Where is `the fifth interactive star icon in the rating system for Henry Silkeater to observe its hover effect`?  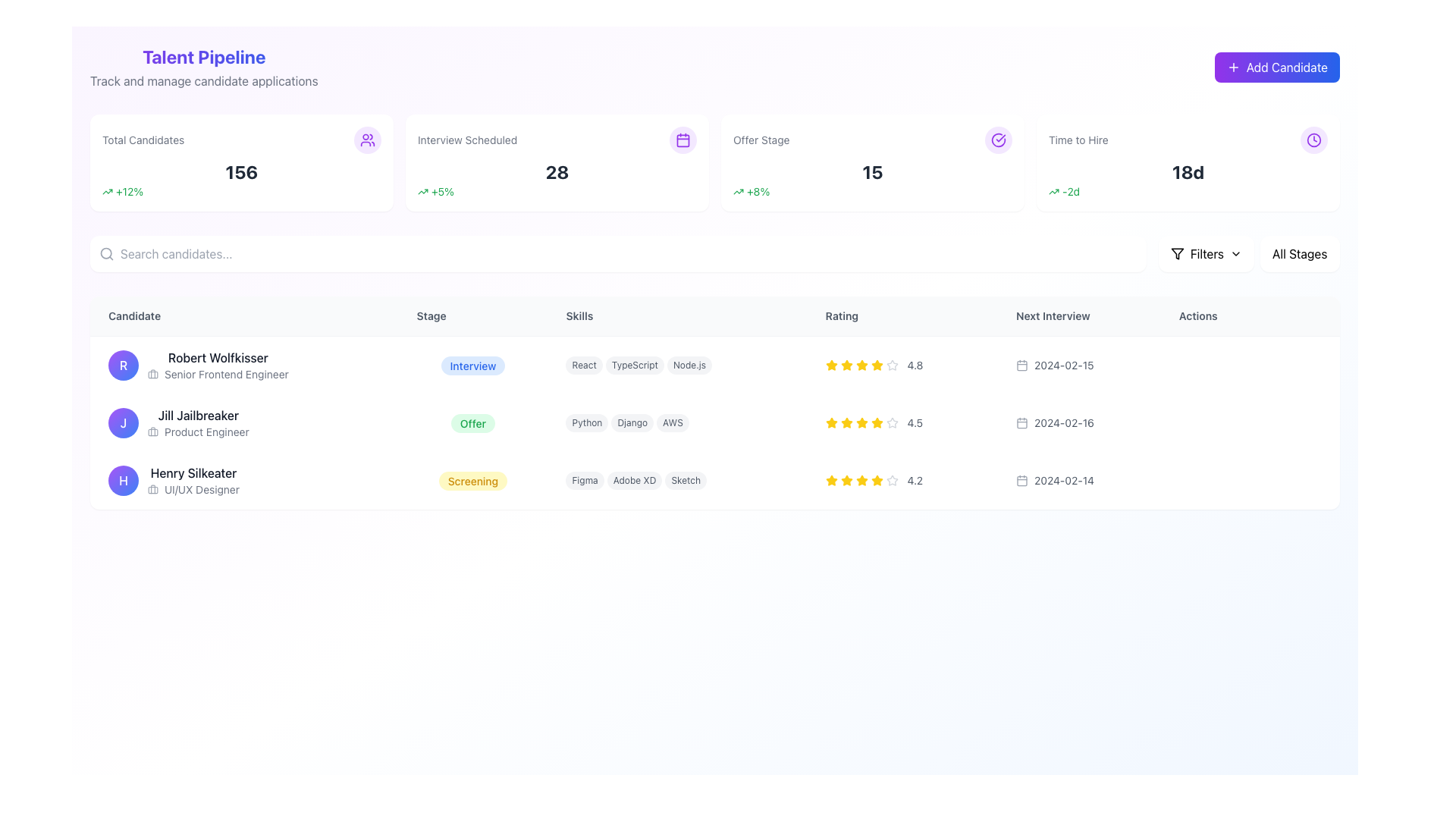 the fifth interactive star icon in the rating system for Henry Silkeater to observe its hover effect is located at coordinates (877, 480).